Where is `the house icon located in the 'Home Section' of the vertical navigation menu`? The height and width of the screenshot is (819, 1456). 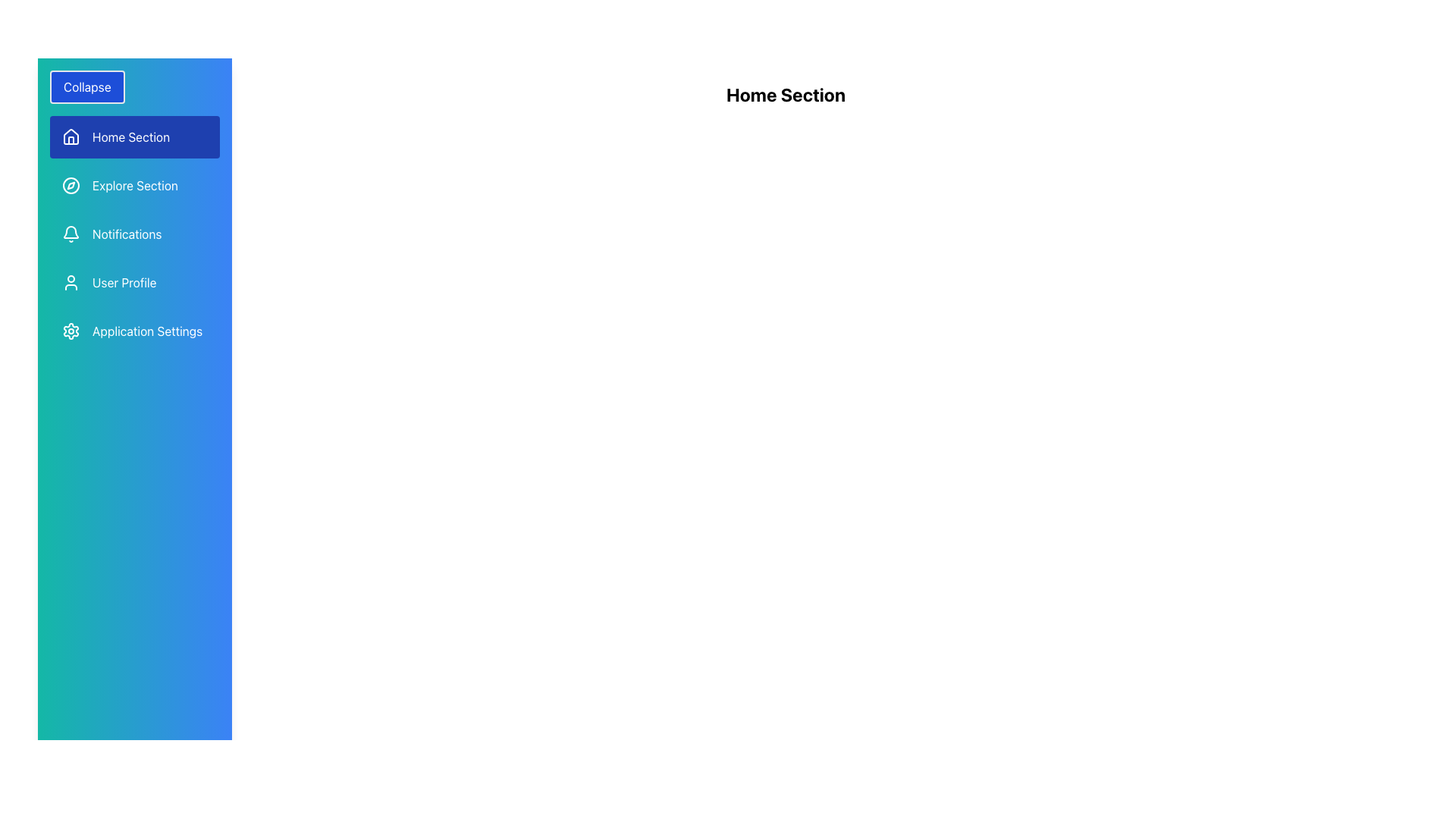 the house icon located in the 'Home Section' of the vertical navigation menu is located at coordinates (71, 136).